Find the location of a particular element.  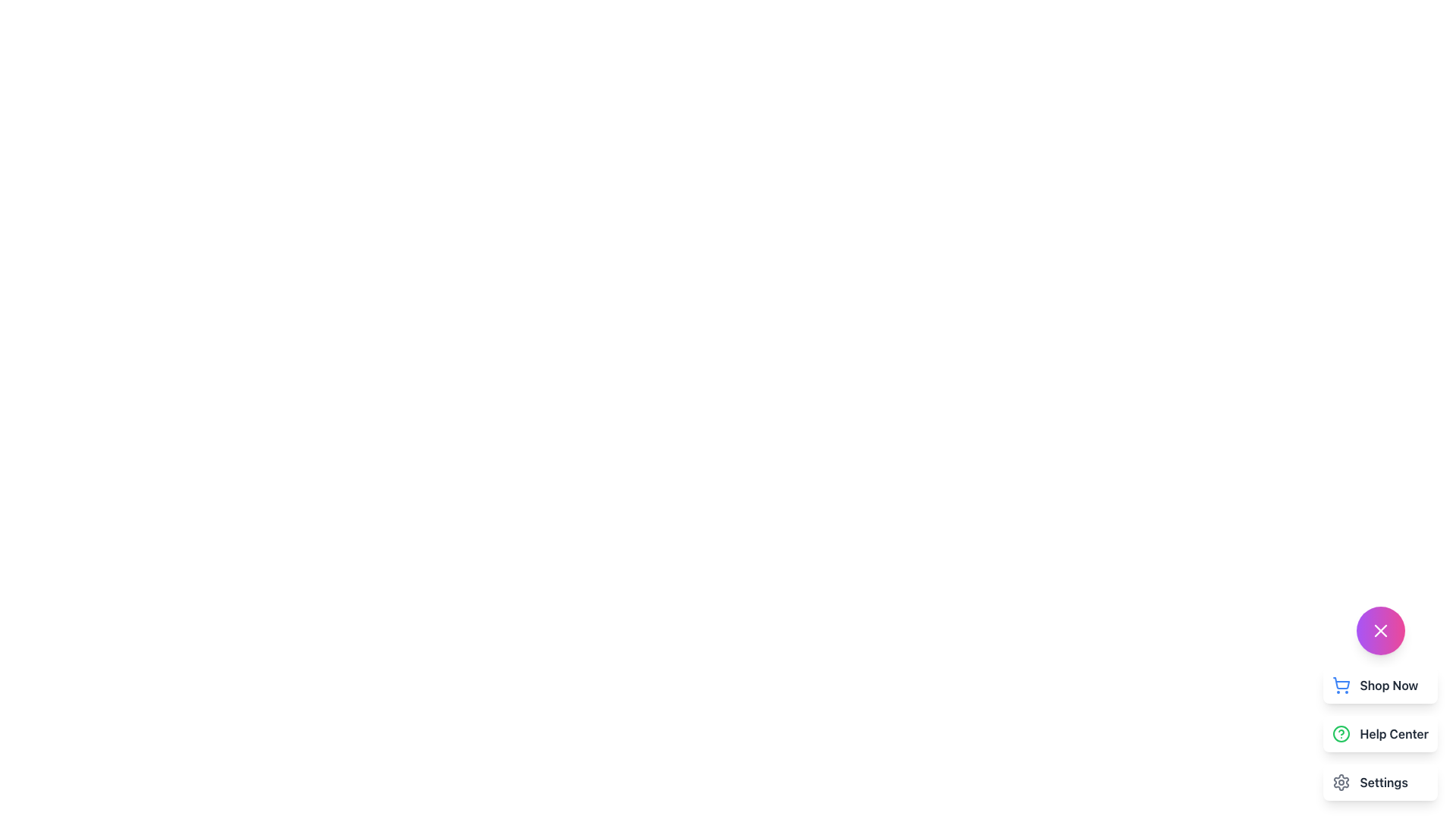

the 'Help Center' static text label, which indicates a link or button for assistance, located in the middle right of the interface is located at coordinates (1394, 733).